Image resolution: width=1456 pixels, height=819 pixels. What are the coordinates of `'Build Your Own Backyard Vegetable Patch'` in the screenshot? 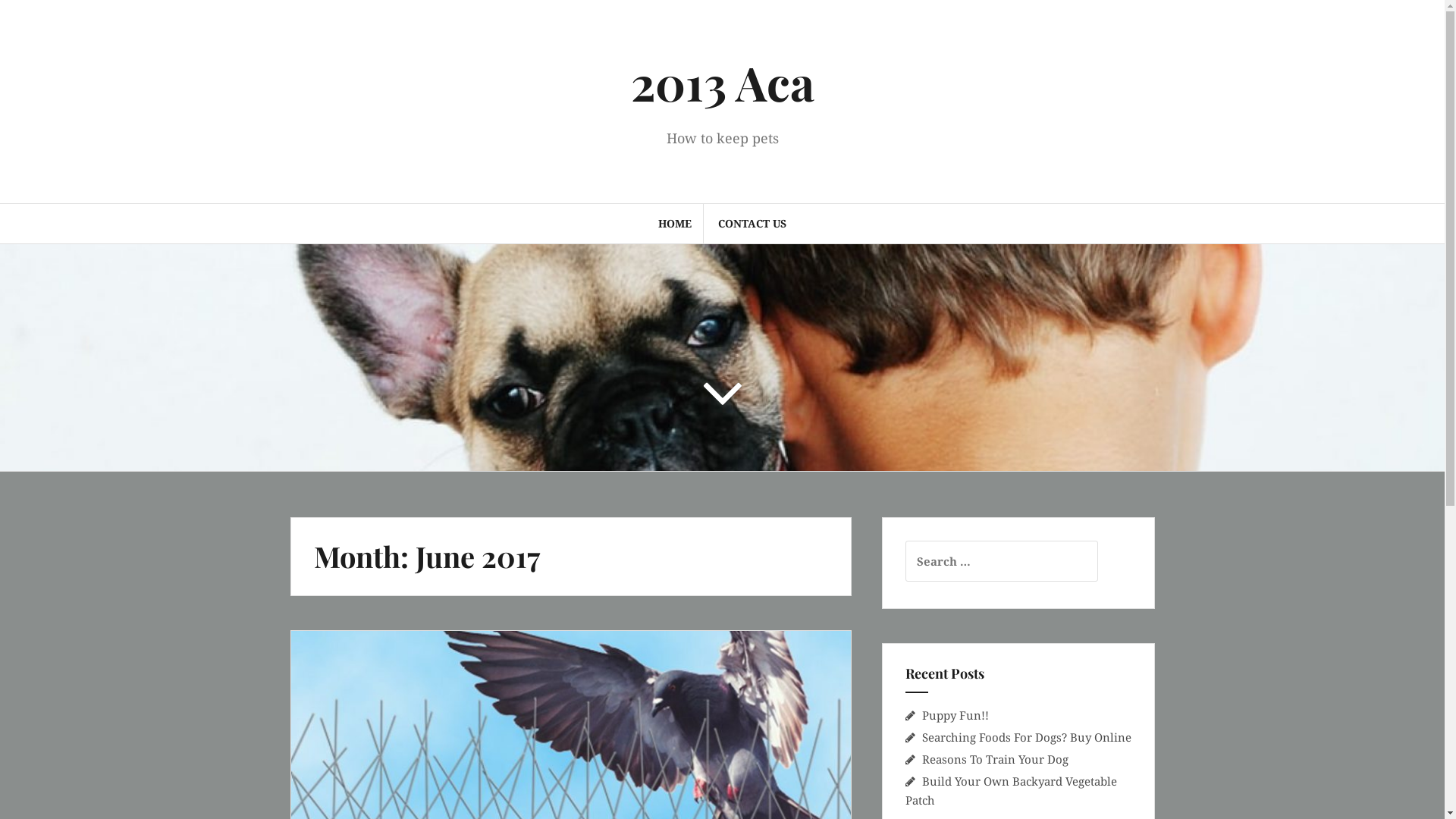 It's located at (1011, 789).